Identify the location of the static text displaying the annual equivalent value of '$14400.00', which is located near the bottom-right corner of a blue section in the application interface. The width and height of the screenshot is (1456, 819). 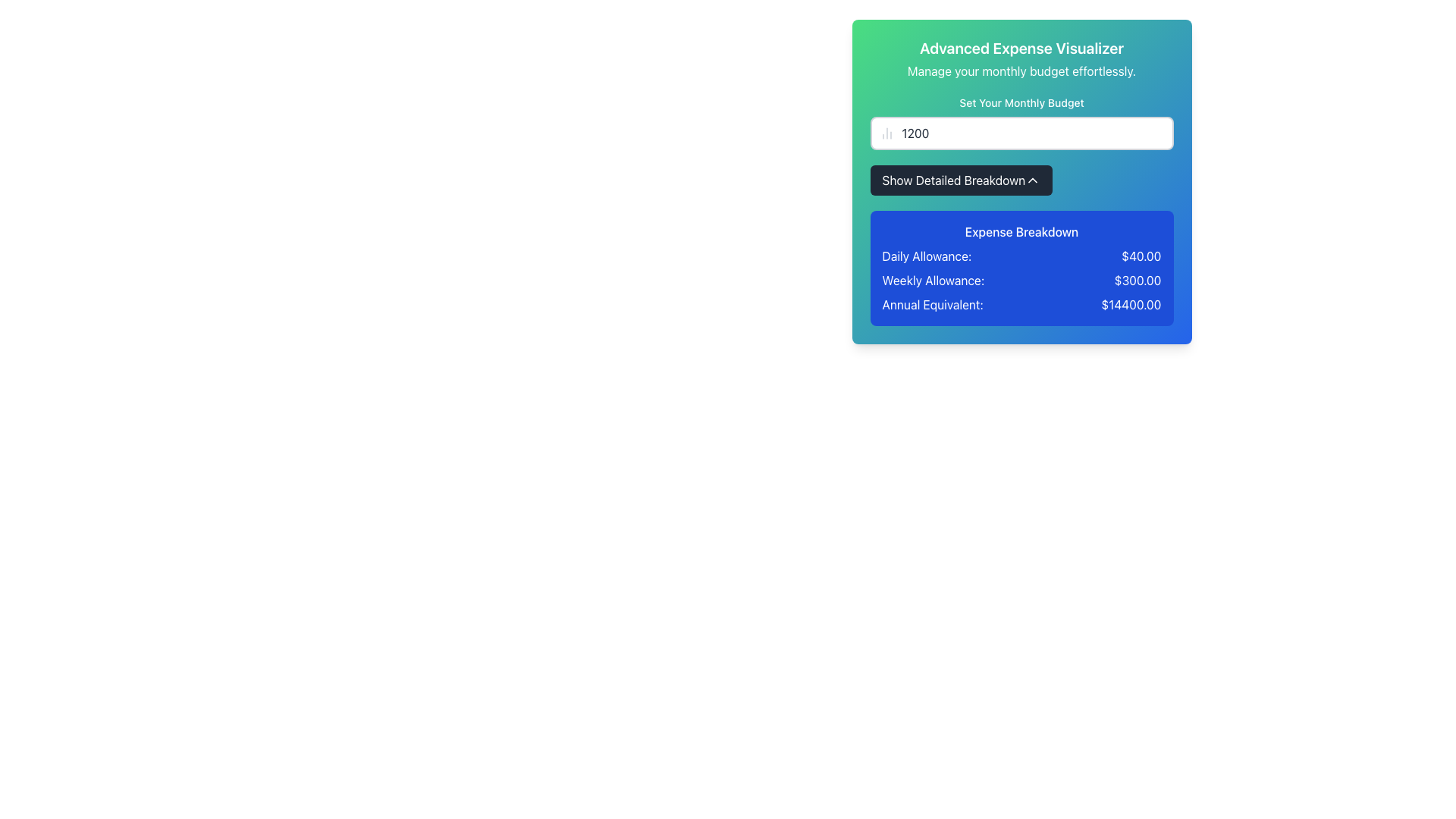
(1131, 304).